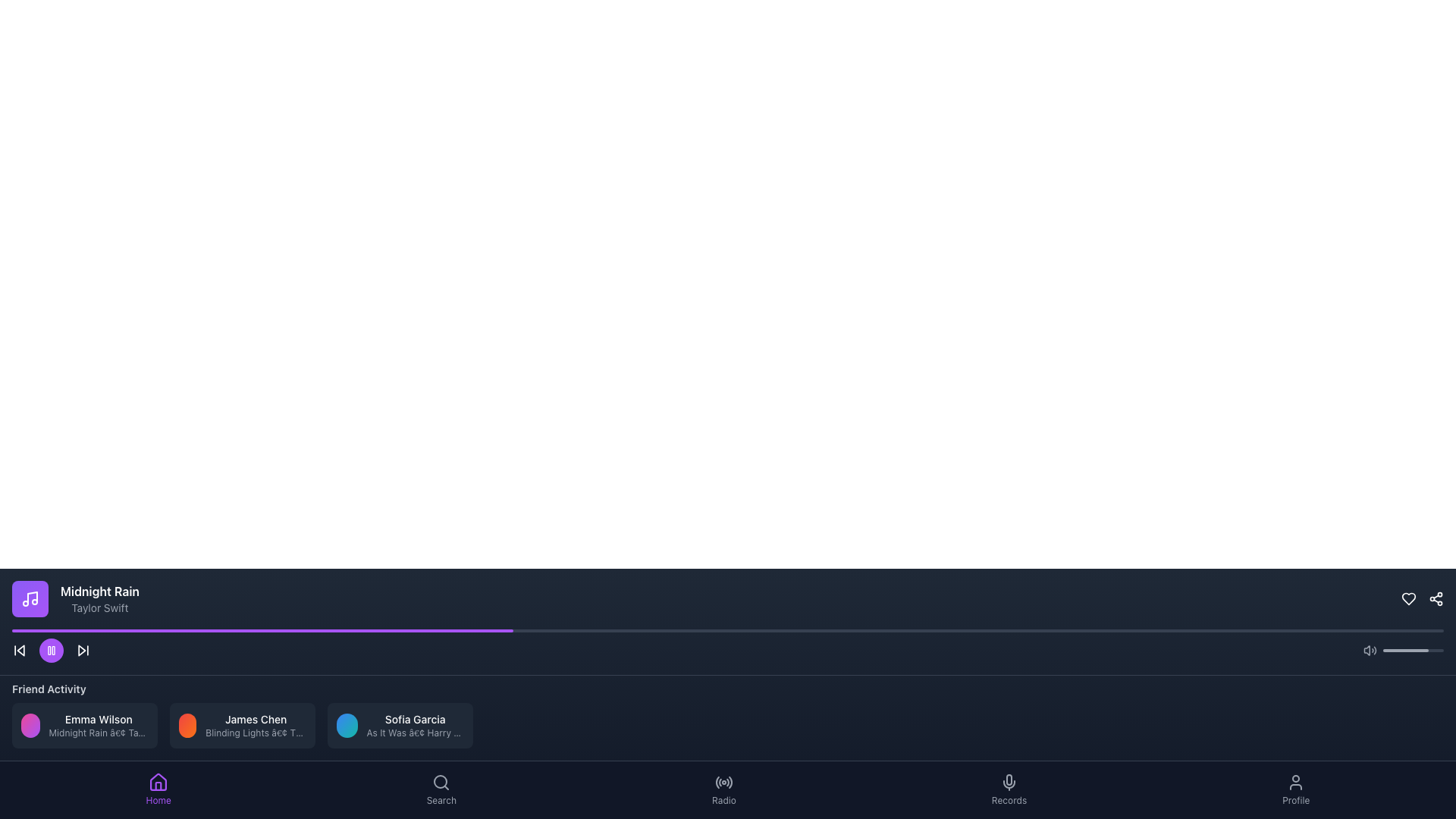  I want to click on the 'Search' button located in the bottom navigation bar, which features a magnifying glass icon and the text label 'Search', so click(441, 789).